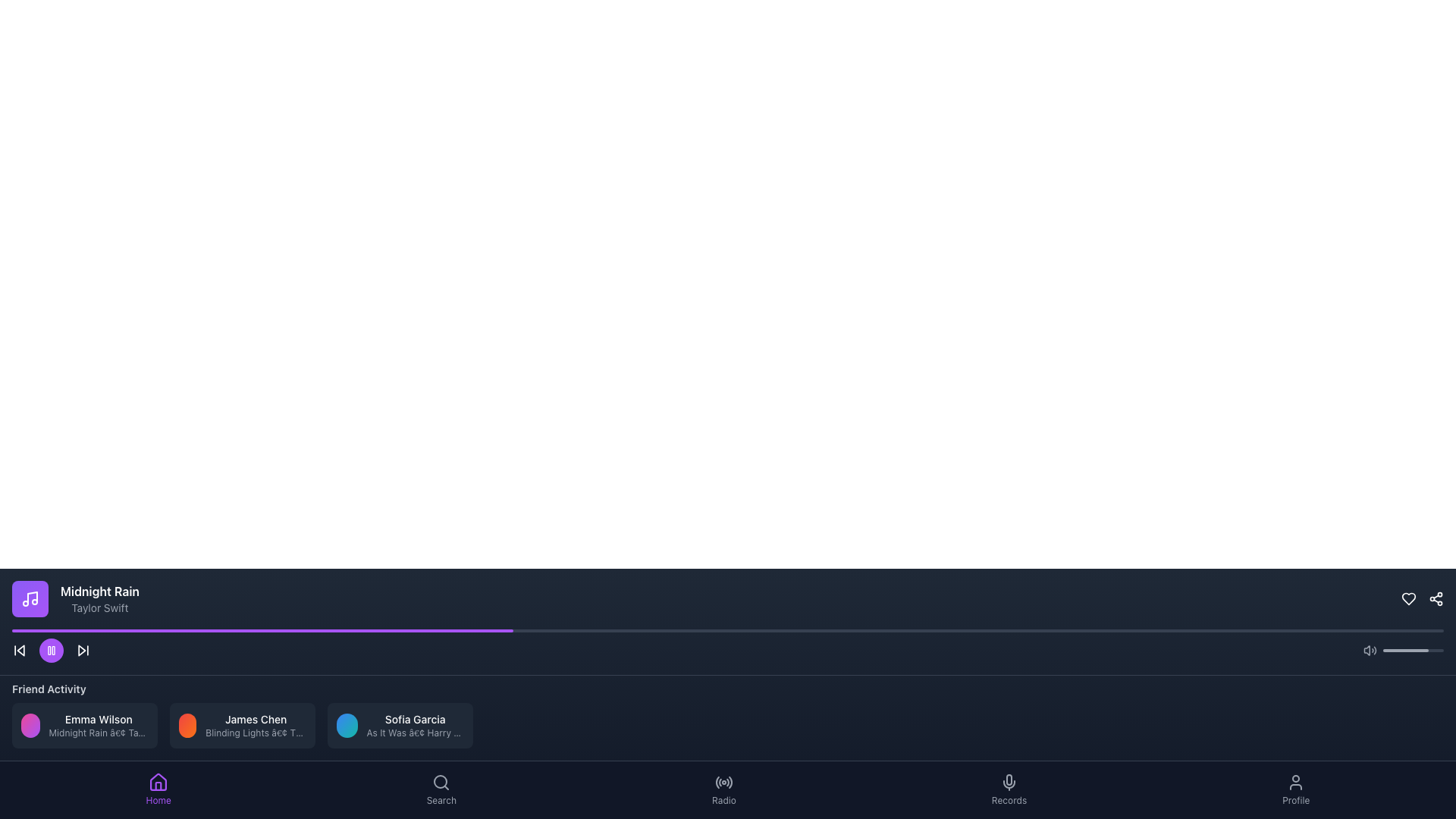  I want to click on the 'Search' button located in the bottom navigation bar, which features a magnifying glass icon and the text label 'Search', so click(441, 789).